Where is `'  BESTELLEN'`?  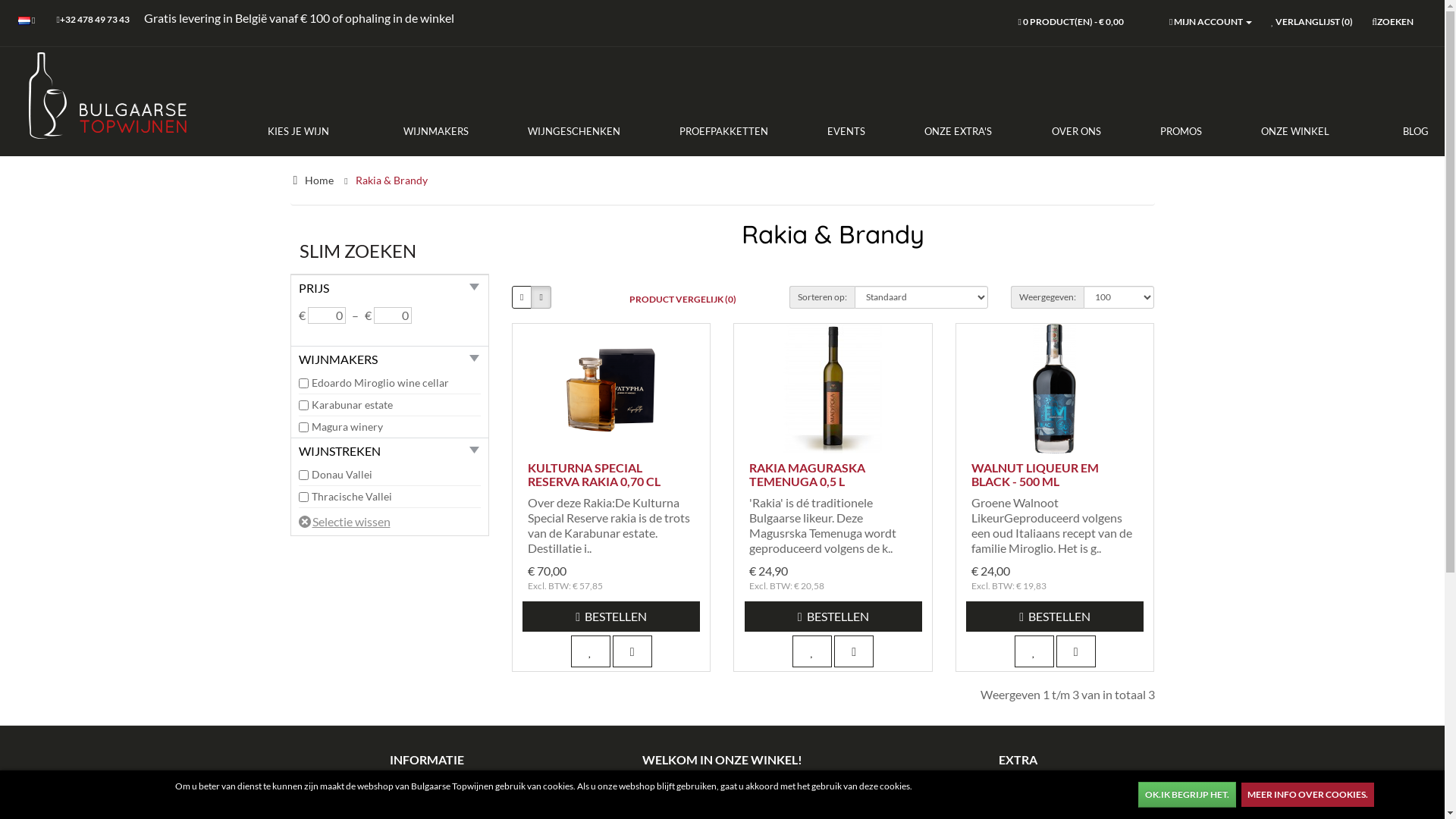 '  BESTELLEN' is located at coordinates (611, 617).